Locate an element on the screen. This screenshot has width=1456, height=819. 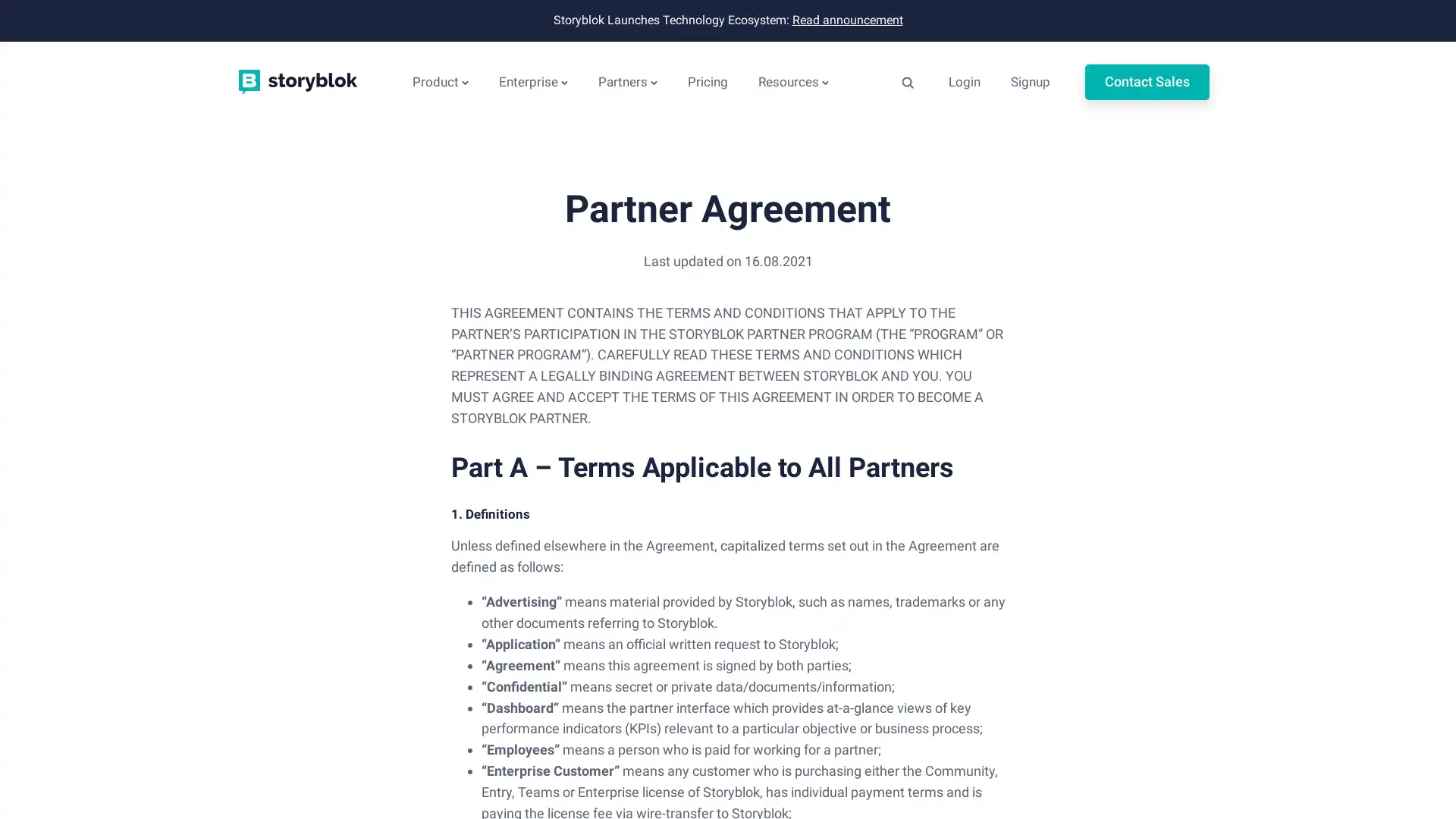
Partners is located at coordinates (628, 82).